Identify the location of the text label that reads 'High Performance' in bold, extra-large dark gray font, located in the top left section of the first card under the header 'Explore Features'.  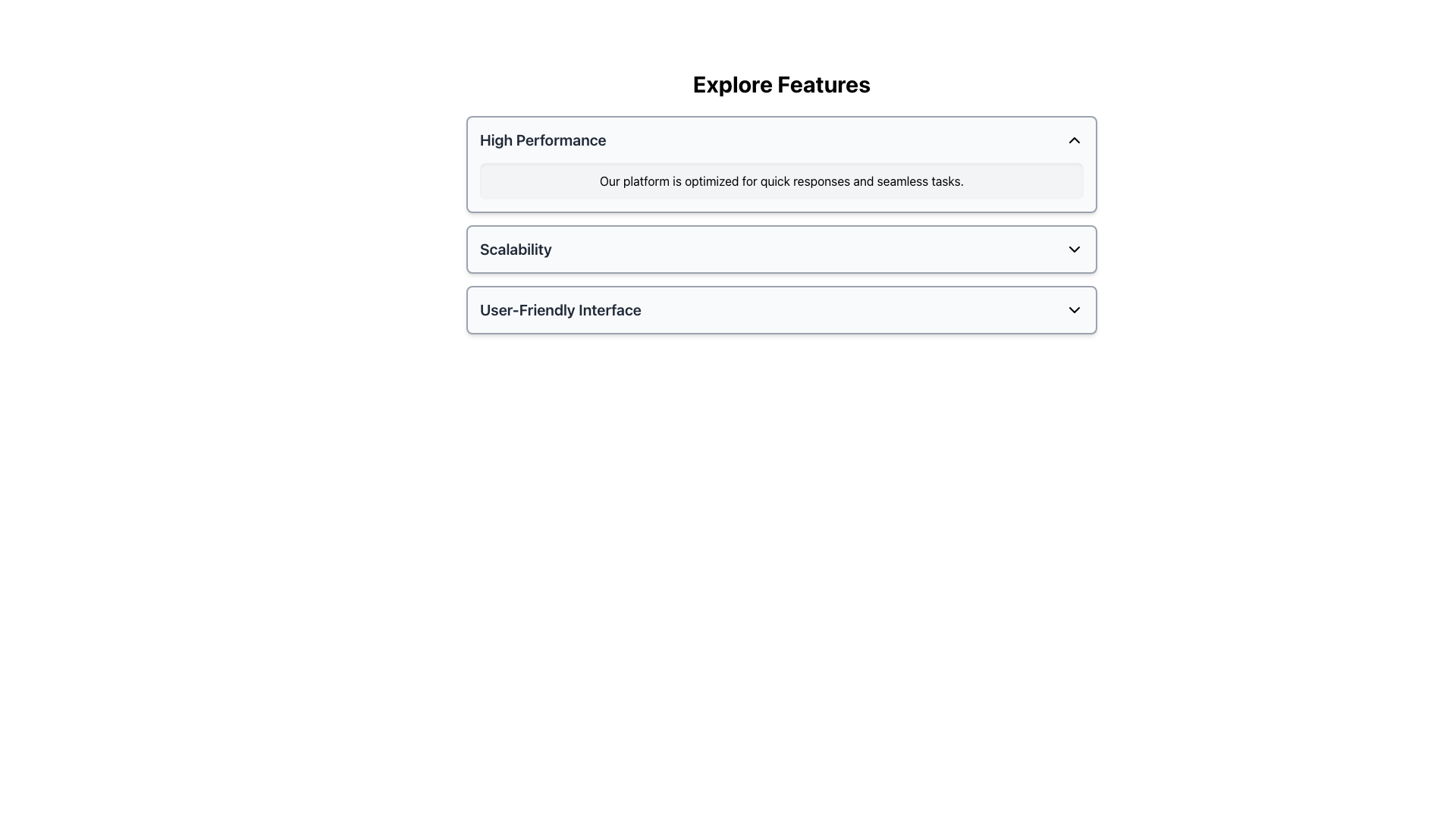
(543, 140).